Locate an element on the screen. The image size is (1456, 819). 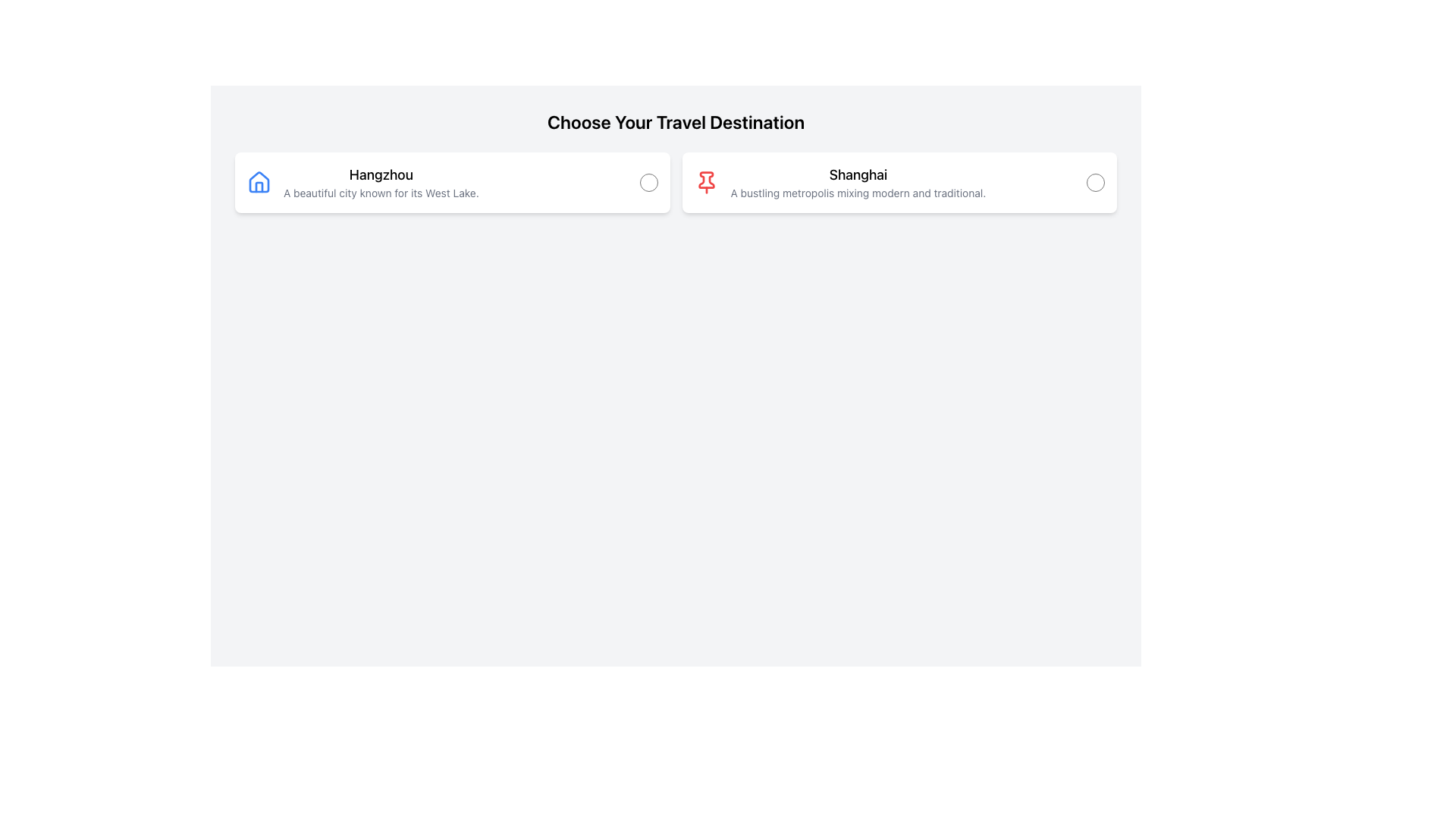
static text label displaying 'Hangzhou' in bold at the top of the first card on the left is located at coordinates (381, 174).